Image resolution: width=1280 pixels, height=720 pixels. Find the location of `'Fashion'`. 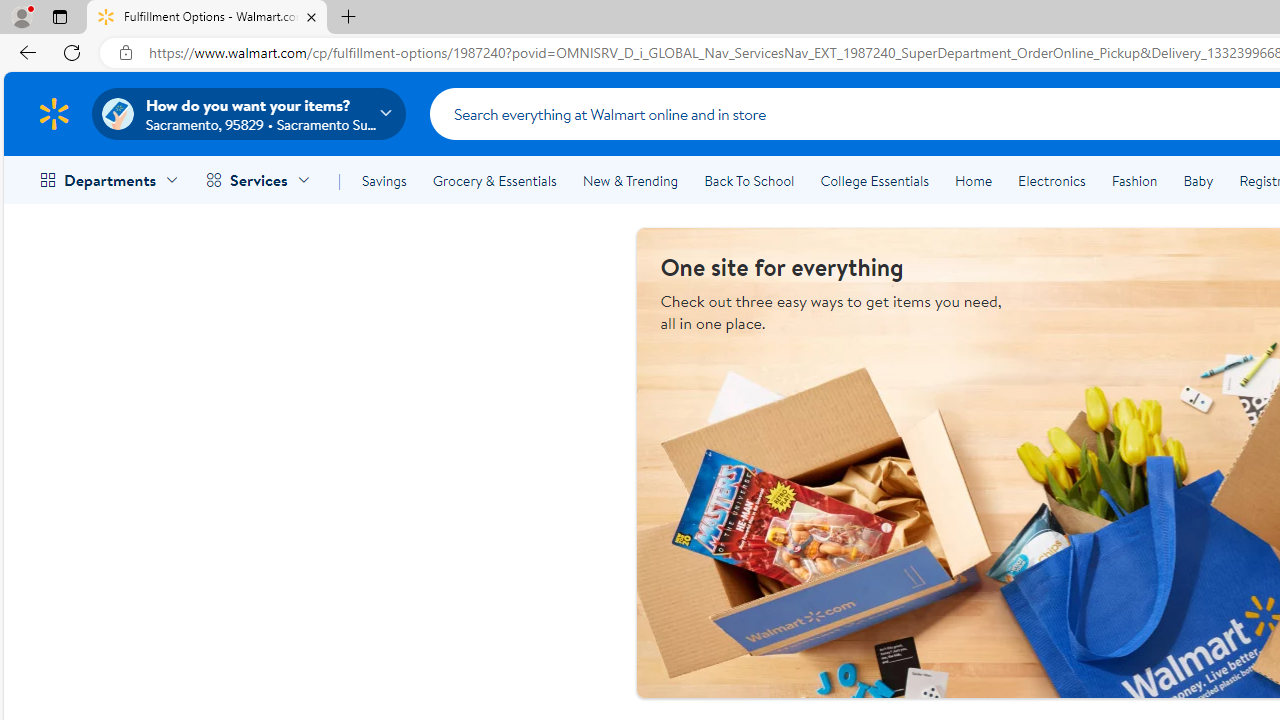

'Fashion' is located at coordinates (1134, 181).